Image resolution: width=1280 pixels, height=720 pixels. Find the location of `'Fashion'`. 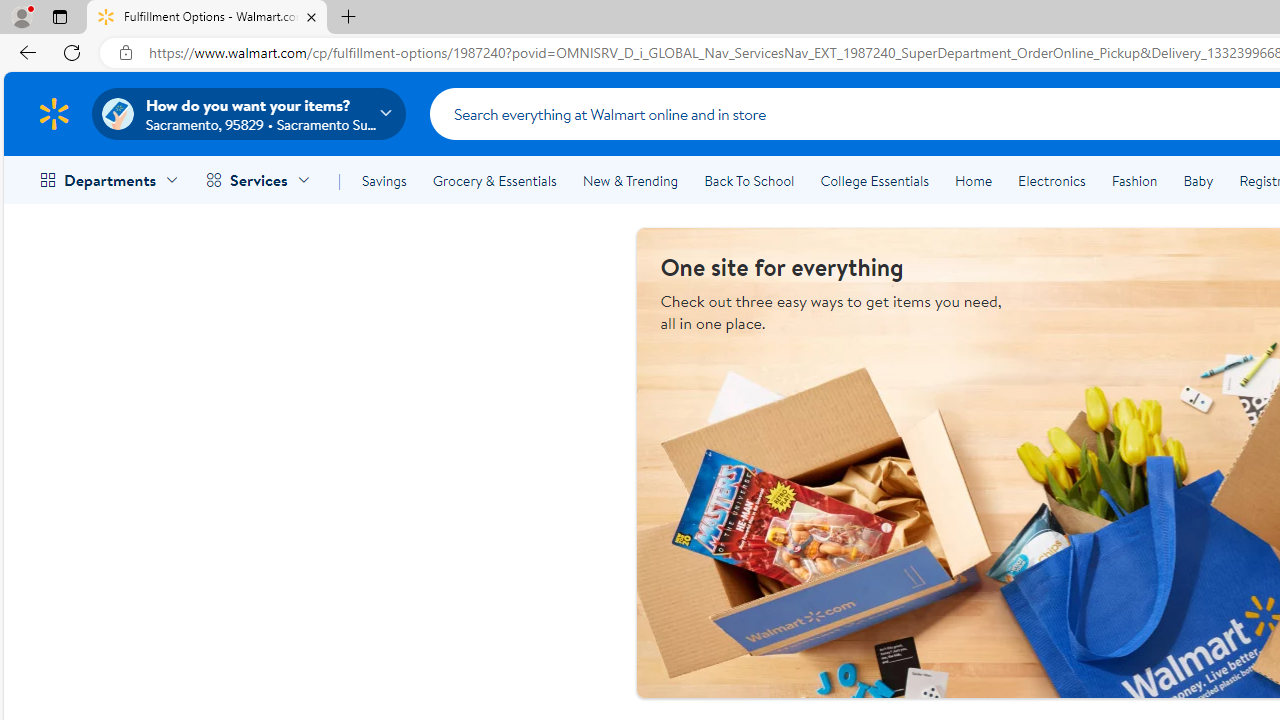

'Fashion' is located at coordinates (1134, 181).